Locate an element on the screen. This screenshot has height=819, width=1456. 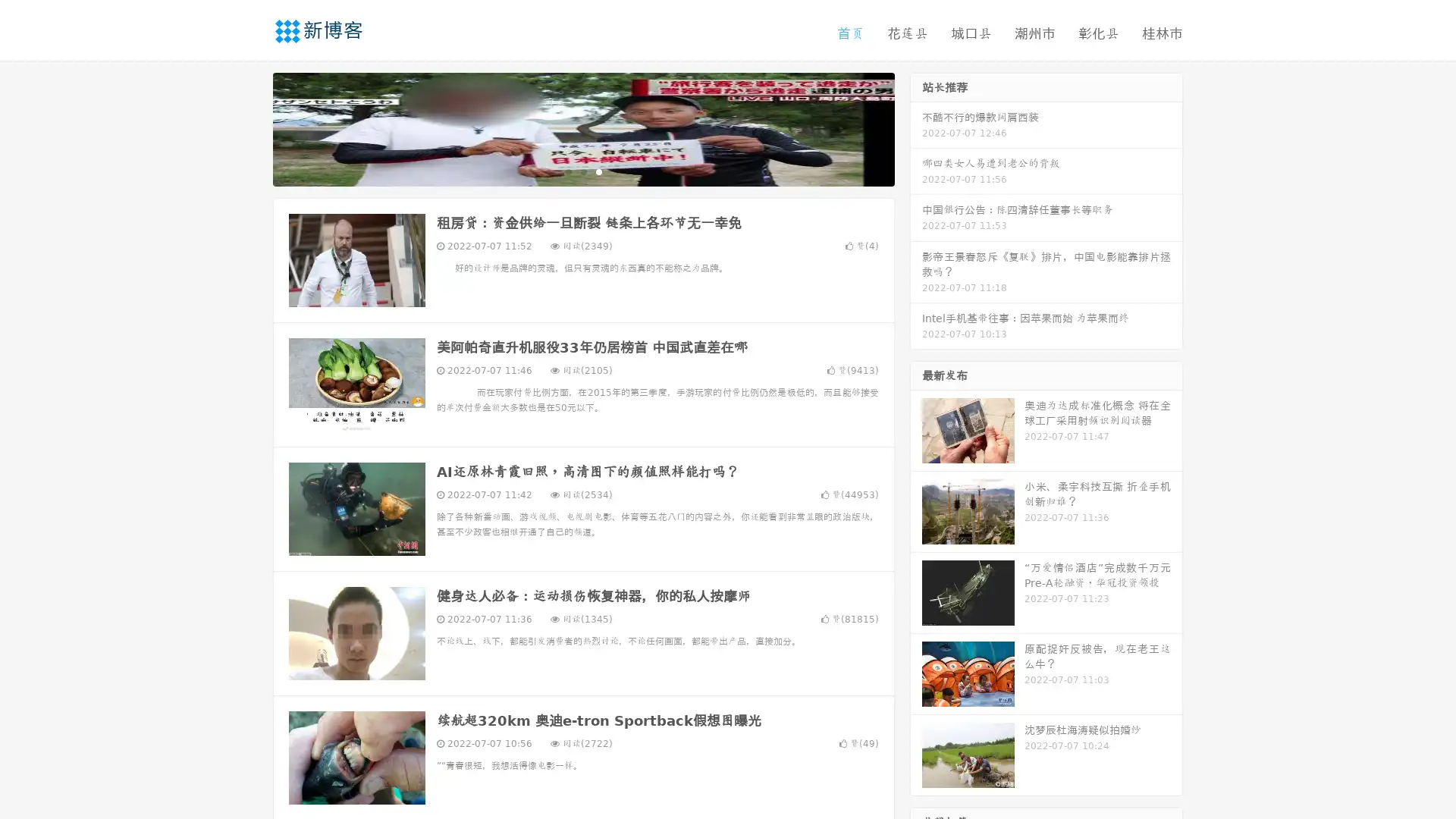
Next slide is located at coordinates (916, 127).